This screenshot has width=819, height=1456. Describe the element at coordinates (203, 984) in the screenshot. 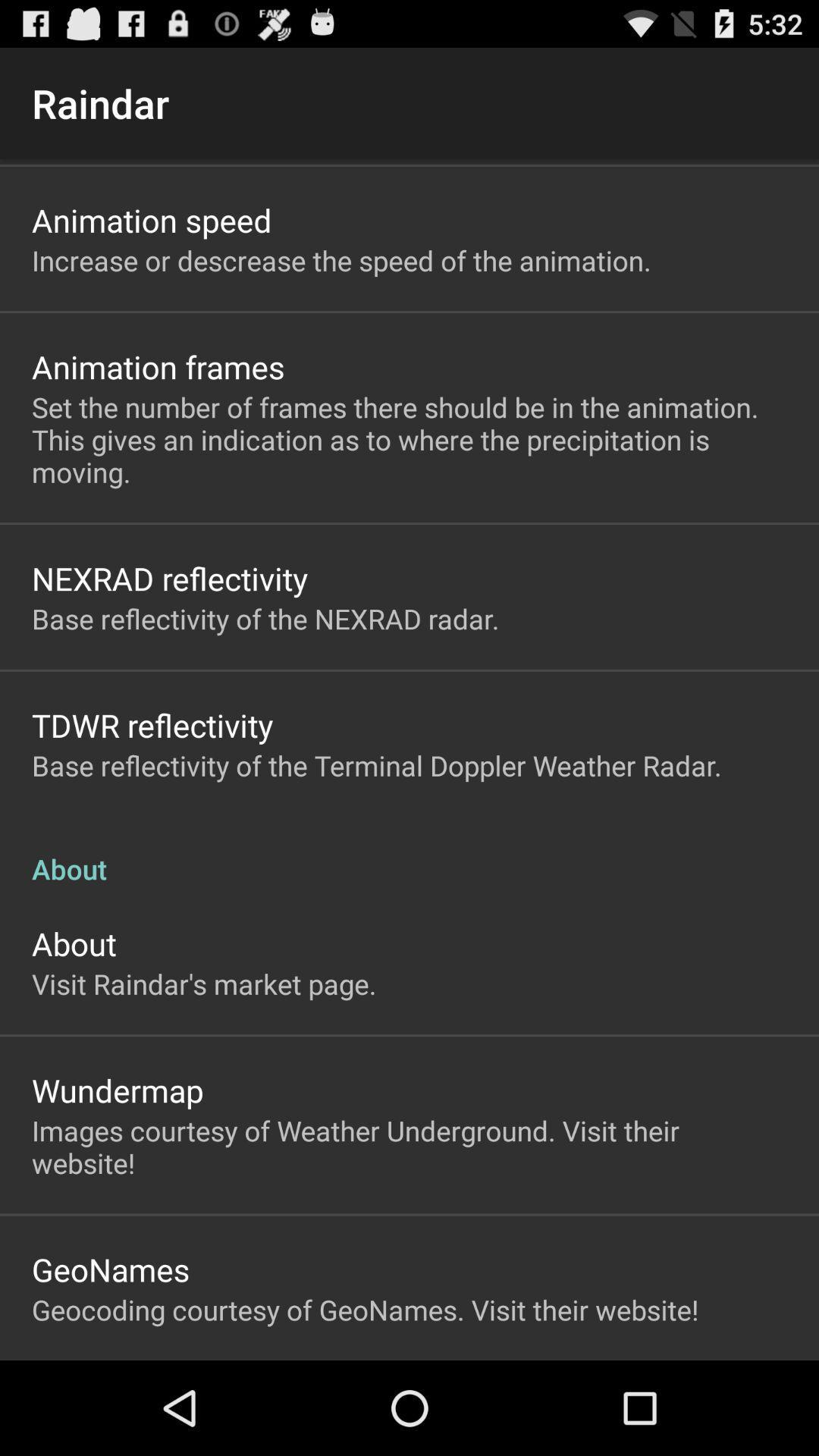

I see `the visit raindar s` at that location.